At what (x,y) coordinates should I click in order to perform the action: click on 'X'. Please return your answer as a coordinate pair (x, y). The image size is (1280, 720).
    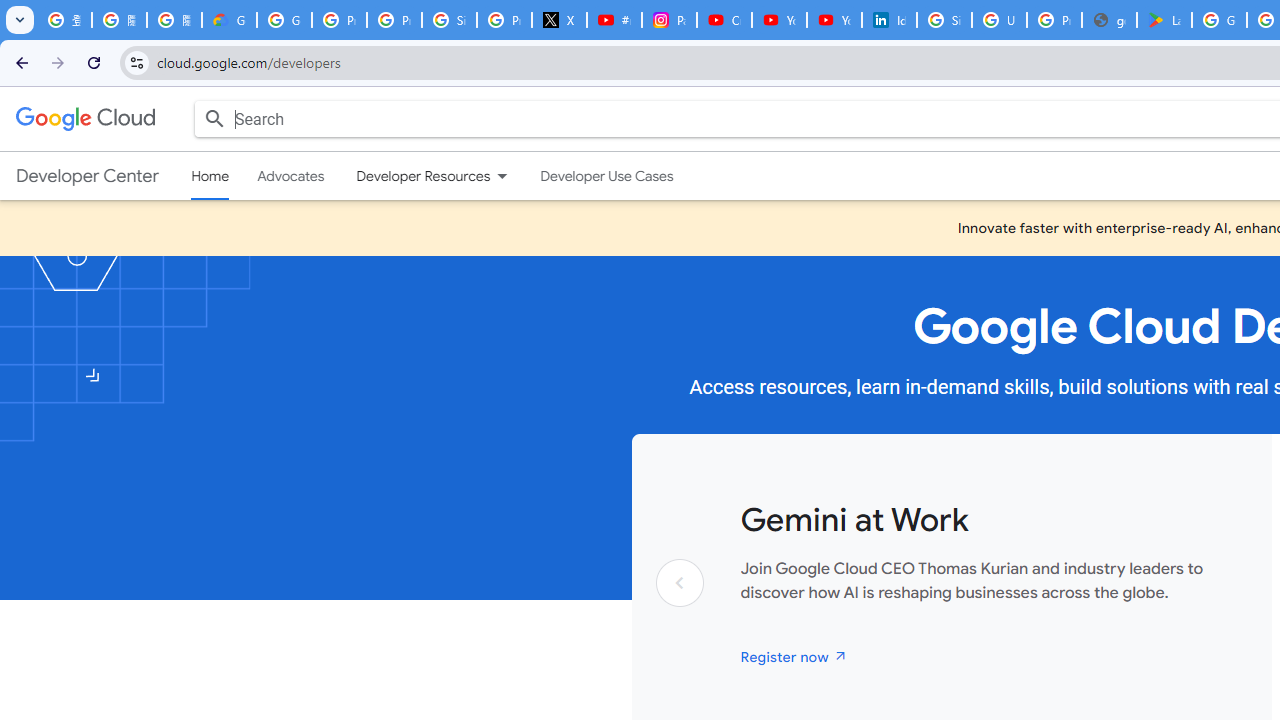
    Looking at the image, I should click on (560, 20).